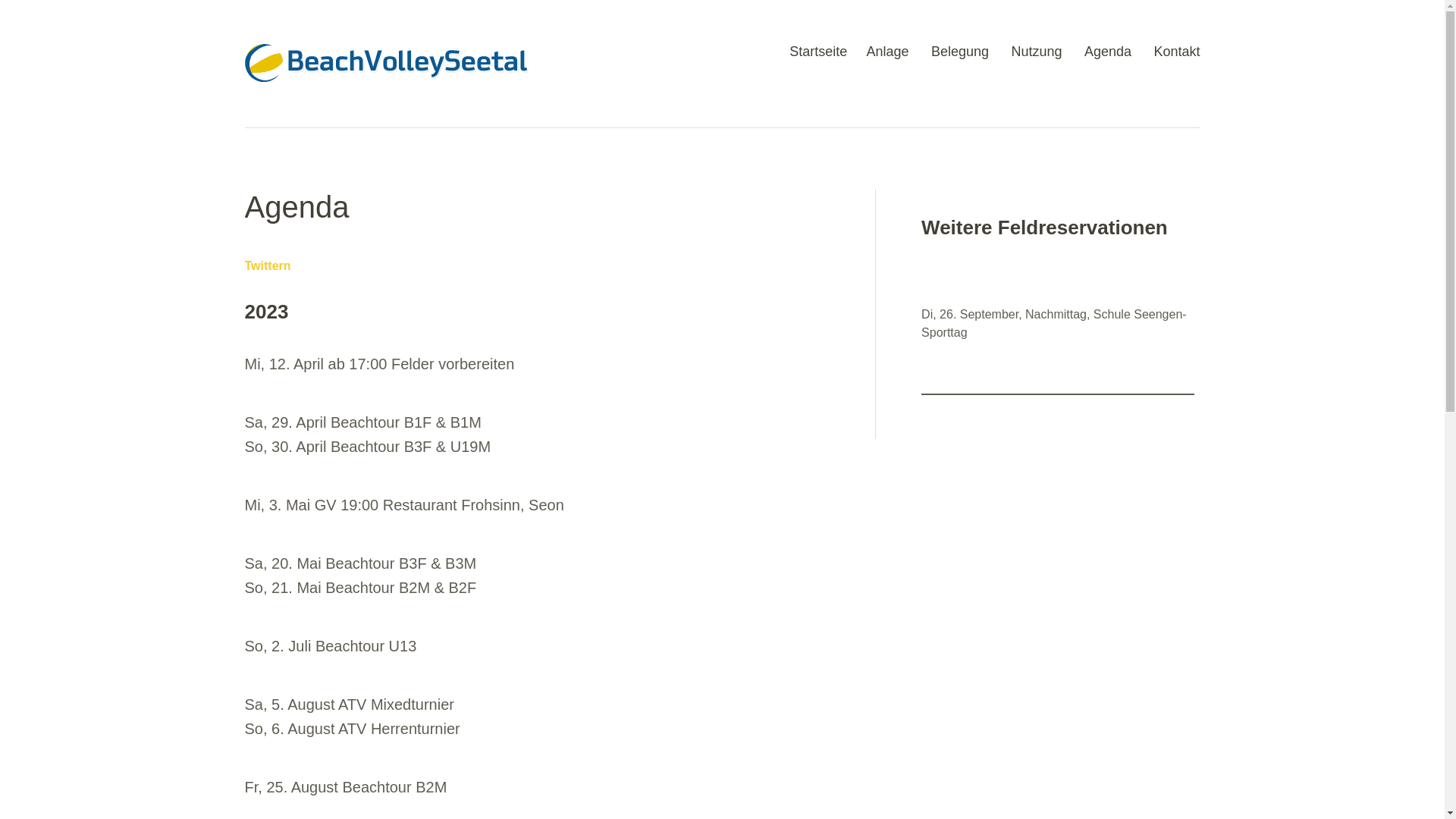  Describe the element at coordinates (959, 58) in the screenshot. I see `'Belegung'` at that location.